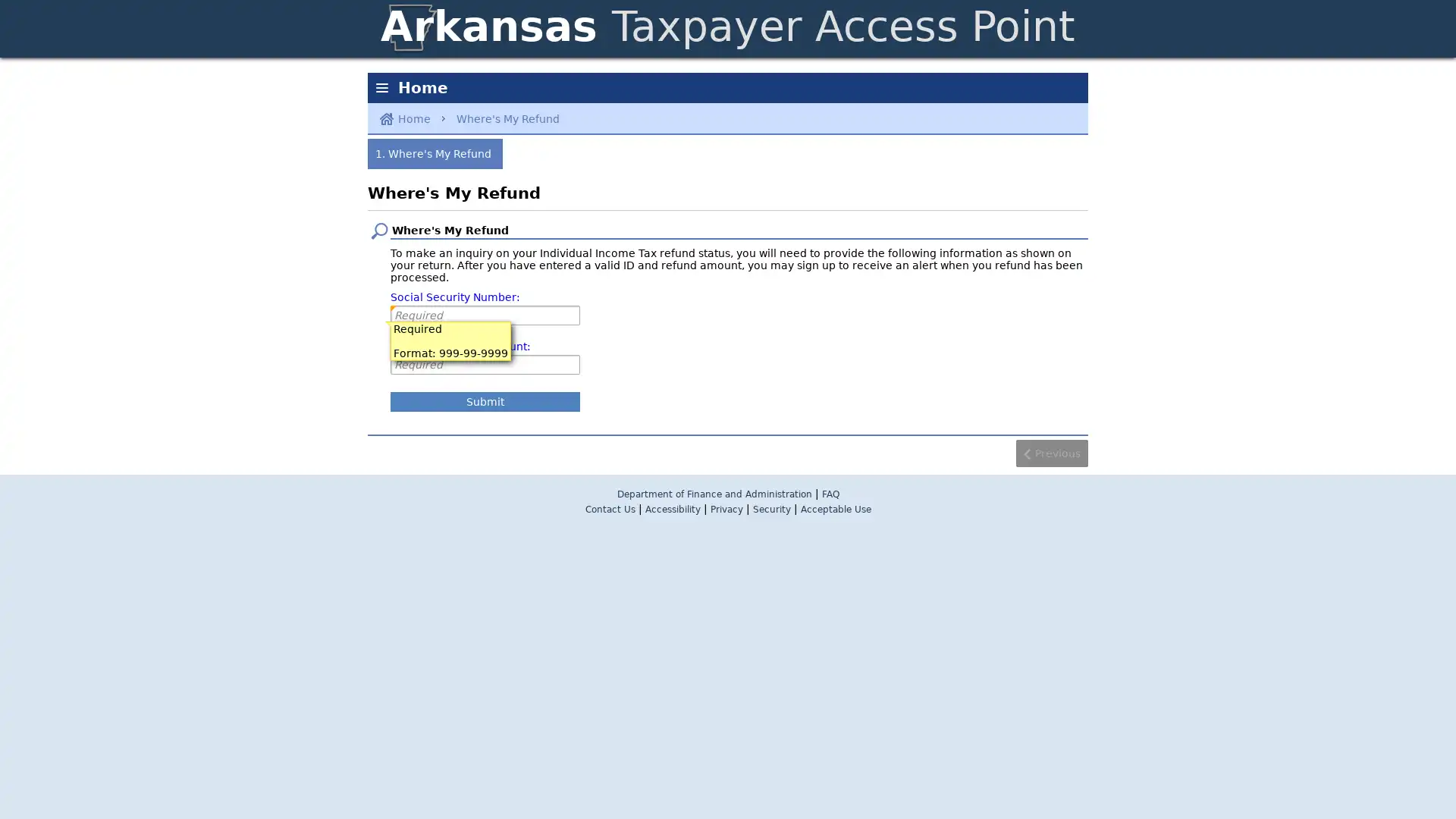 This screenshot has height=819, width=1456. What do you see at coordinates (484, 400) in the screenshot?
I see `Submit` at bounding box center [484, 400].